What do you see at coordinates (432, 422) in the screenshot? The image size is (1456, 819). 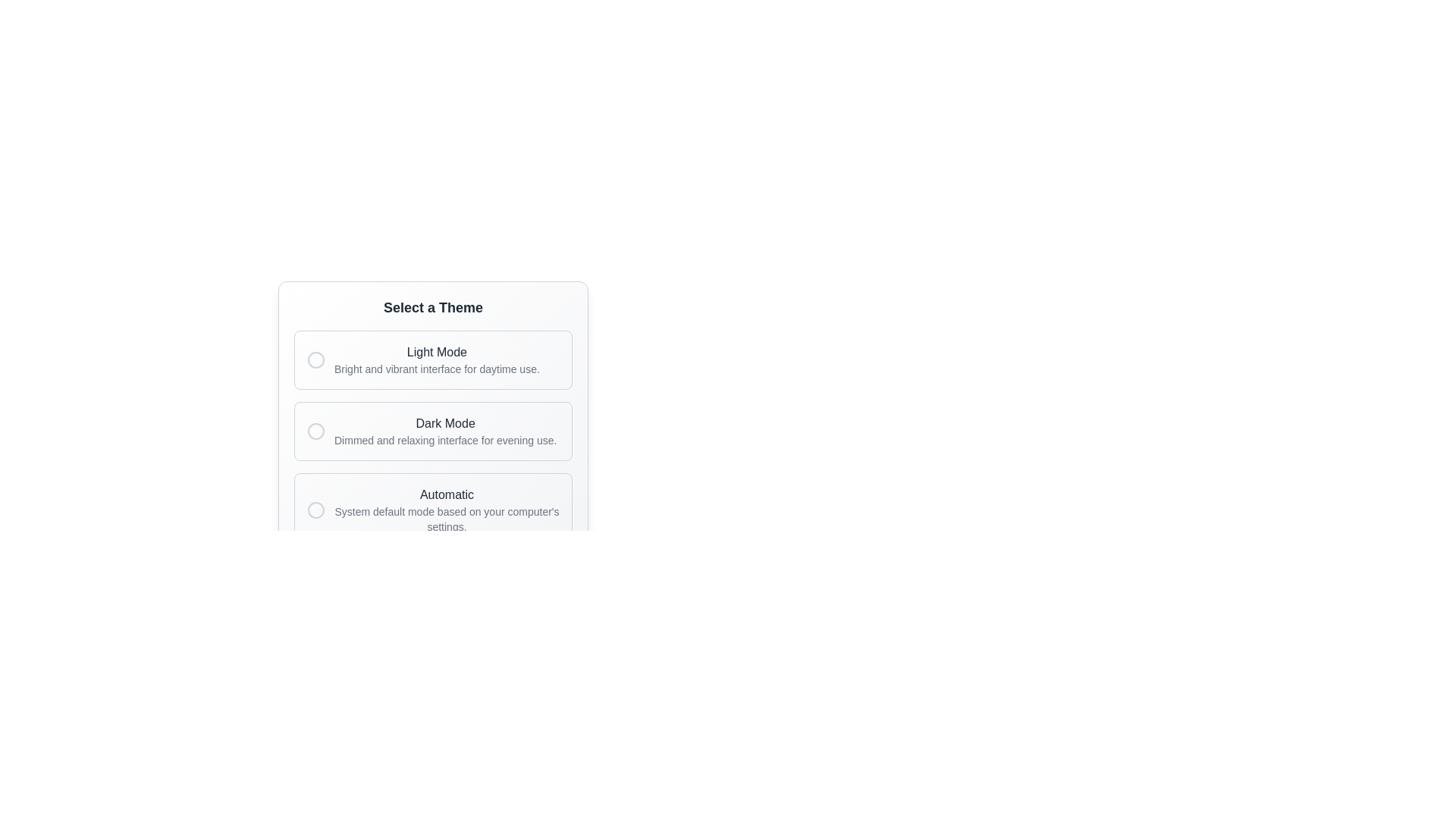 I see `the 'Select a Theme' options in the Selection Panel to trigger visual effects, specifically targeting the central area of the panel` at bounding box center [432, 422].